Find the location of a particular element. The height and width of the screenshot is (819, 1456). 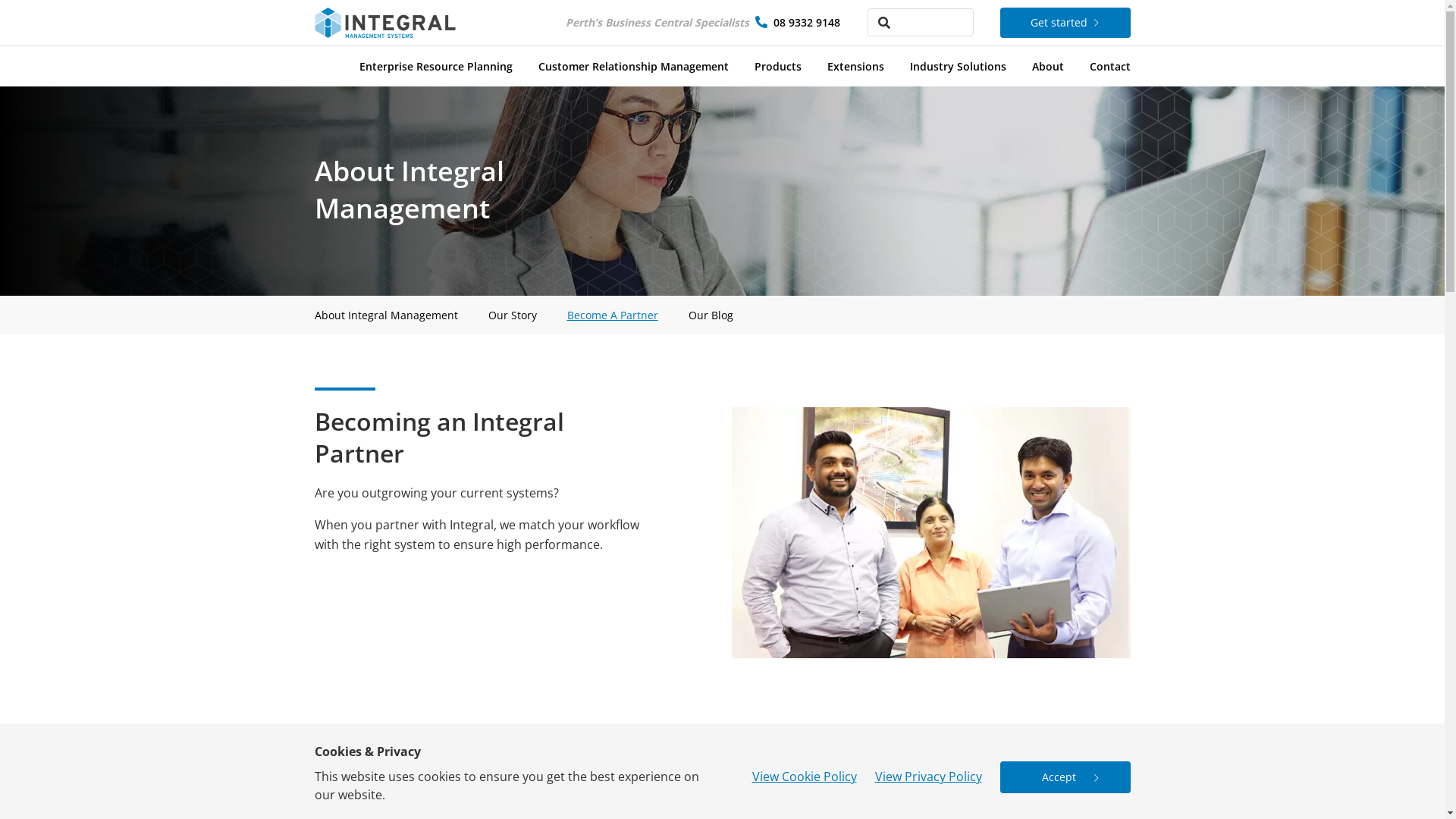

'08 9332 9148' is located at coordinates (806, 22).